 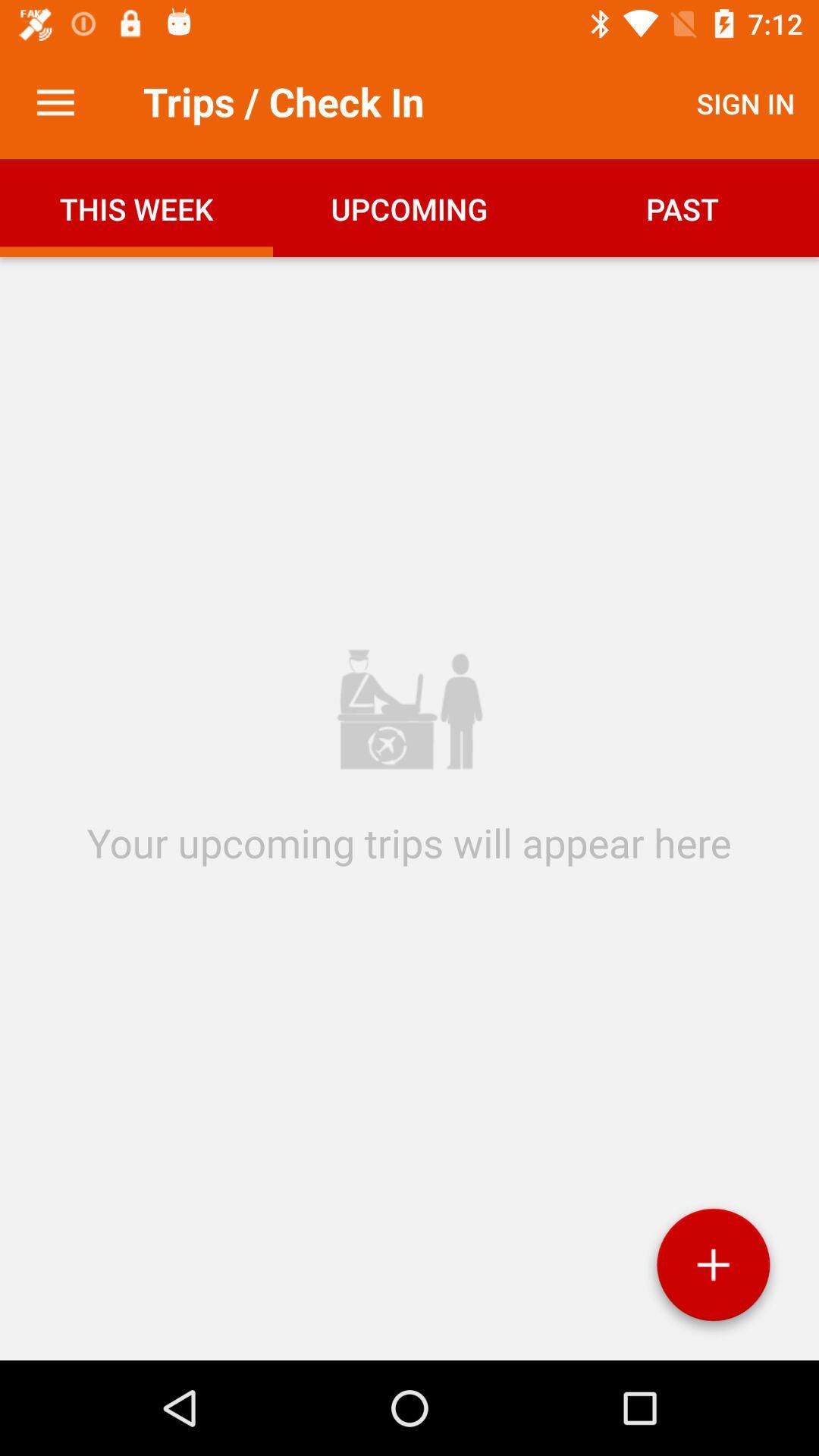 What do you see at coordinates (713, 1270) in the screenshot?
I see `make an addition` at bounding box center [713, 1270].